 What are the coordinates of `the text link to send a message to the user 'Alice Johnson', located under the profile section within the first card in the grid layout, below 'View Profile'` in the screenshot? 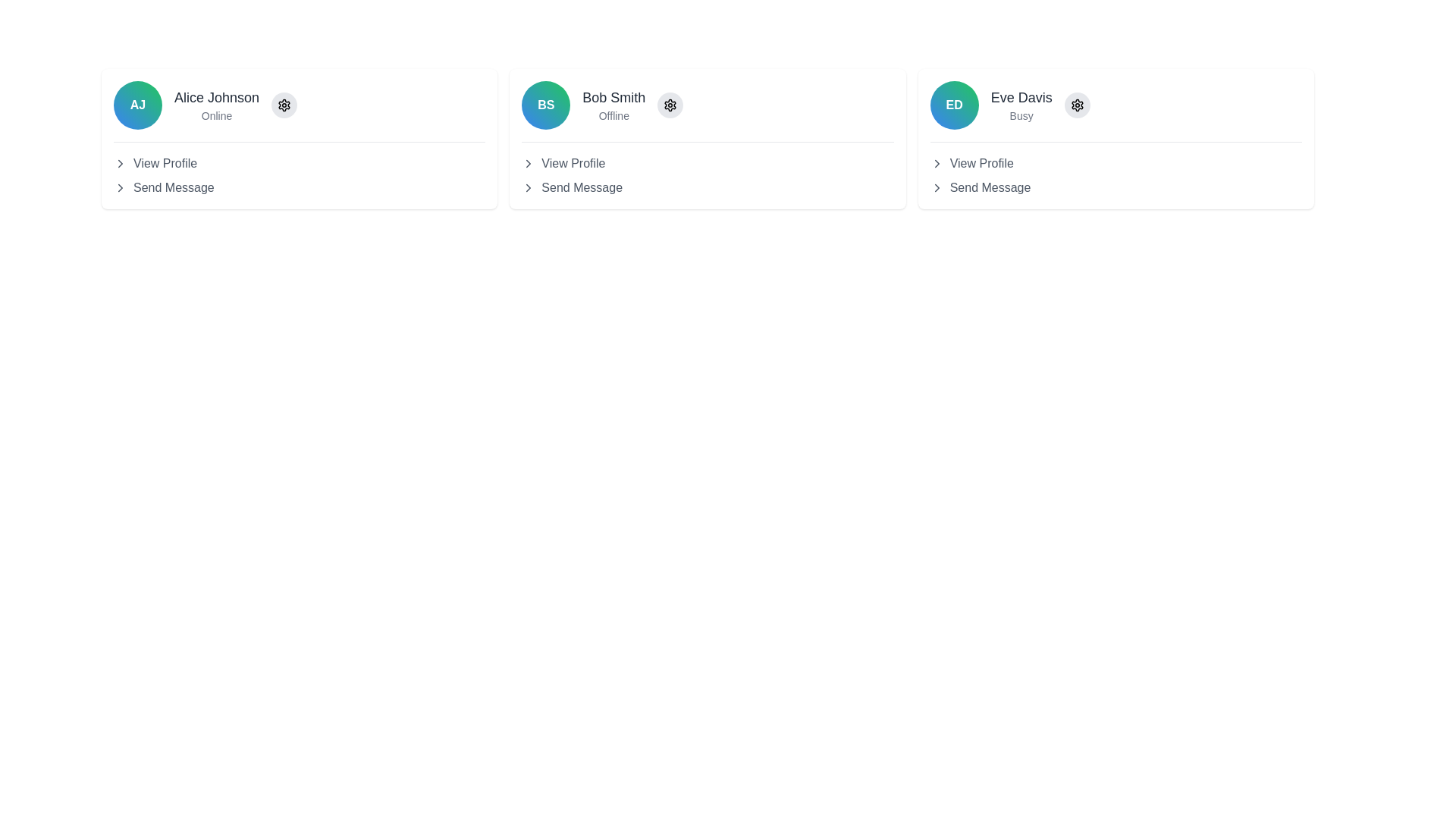 It's located at (174, 187).